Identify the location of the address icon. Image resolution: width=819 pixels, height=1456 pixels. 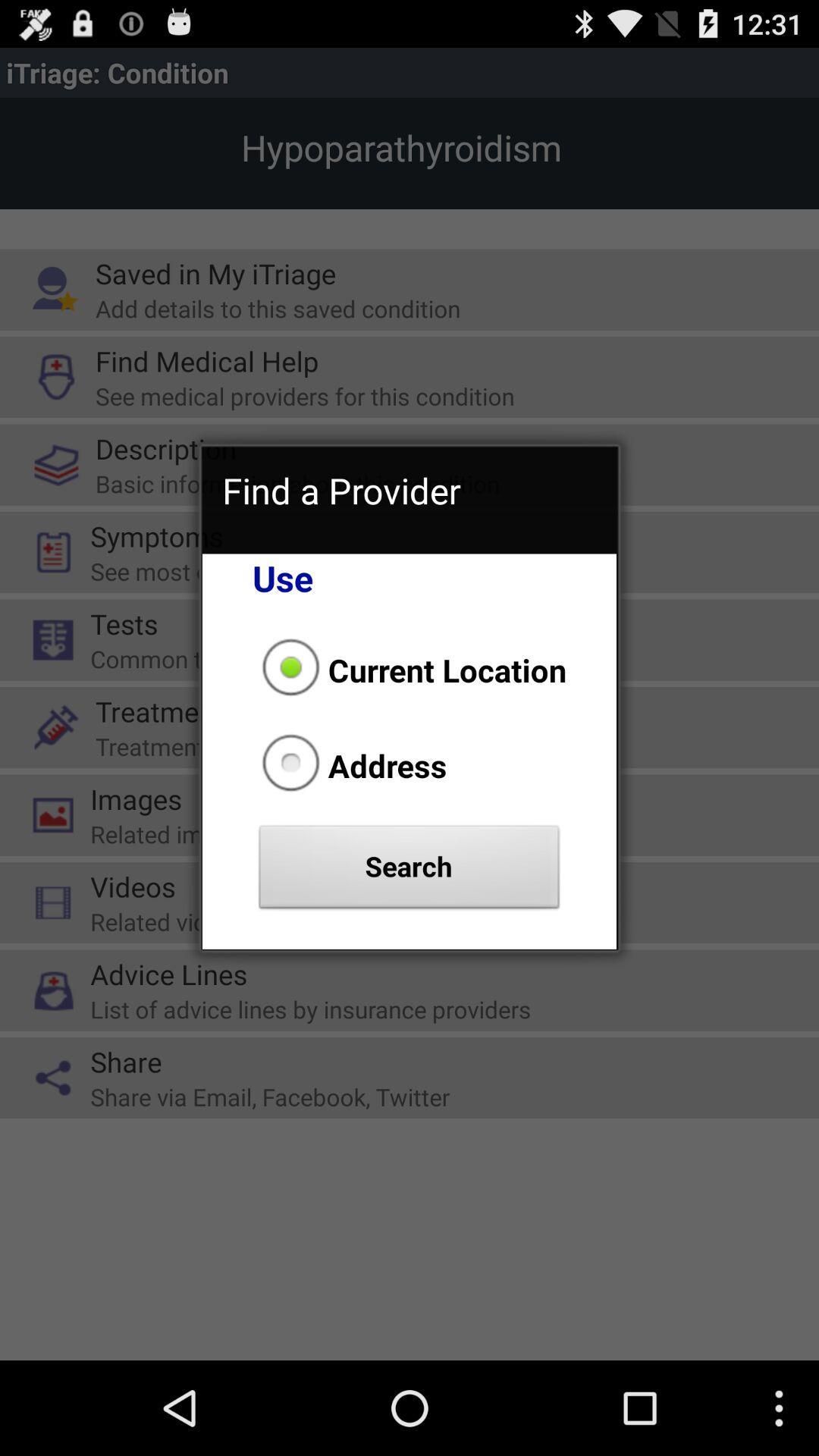
(350, 765).